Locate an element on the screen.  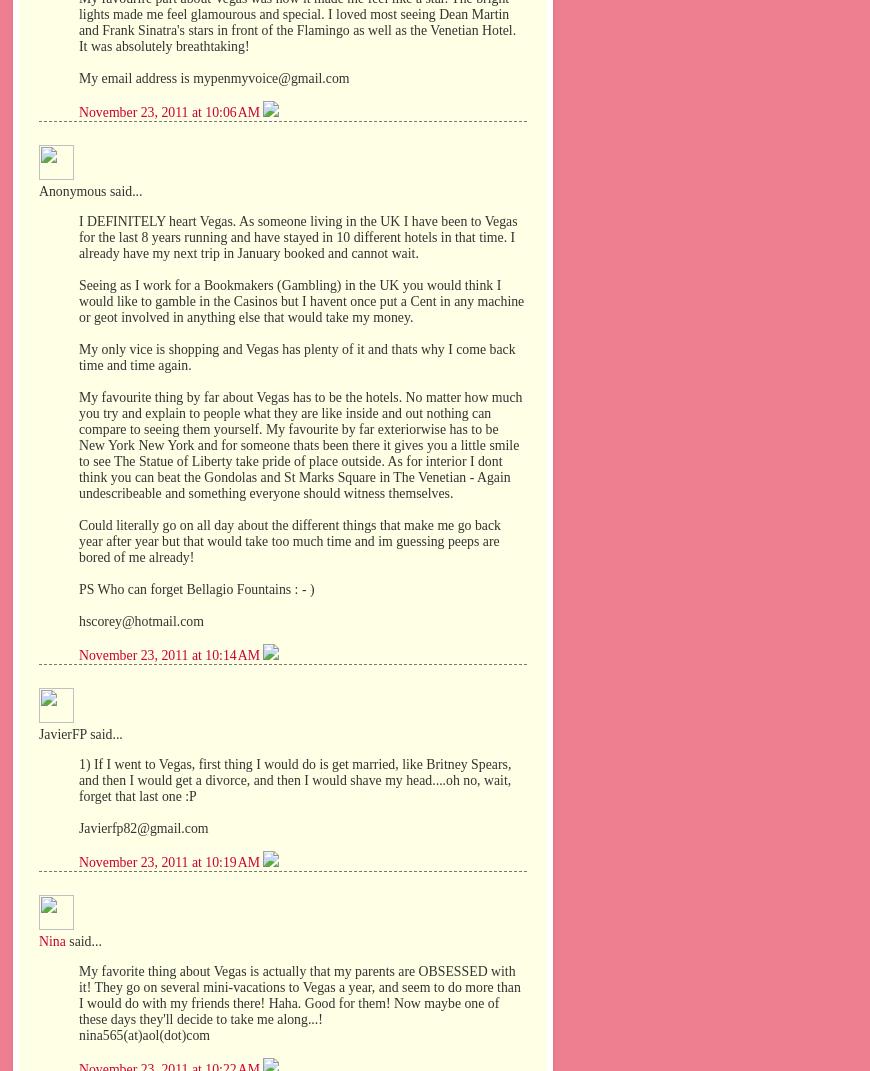
'November 23, 2011 at 10:06 AM' is located at coordinates (170, 111).